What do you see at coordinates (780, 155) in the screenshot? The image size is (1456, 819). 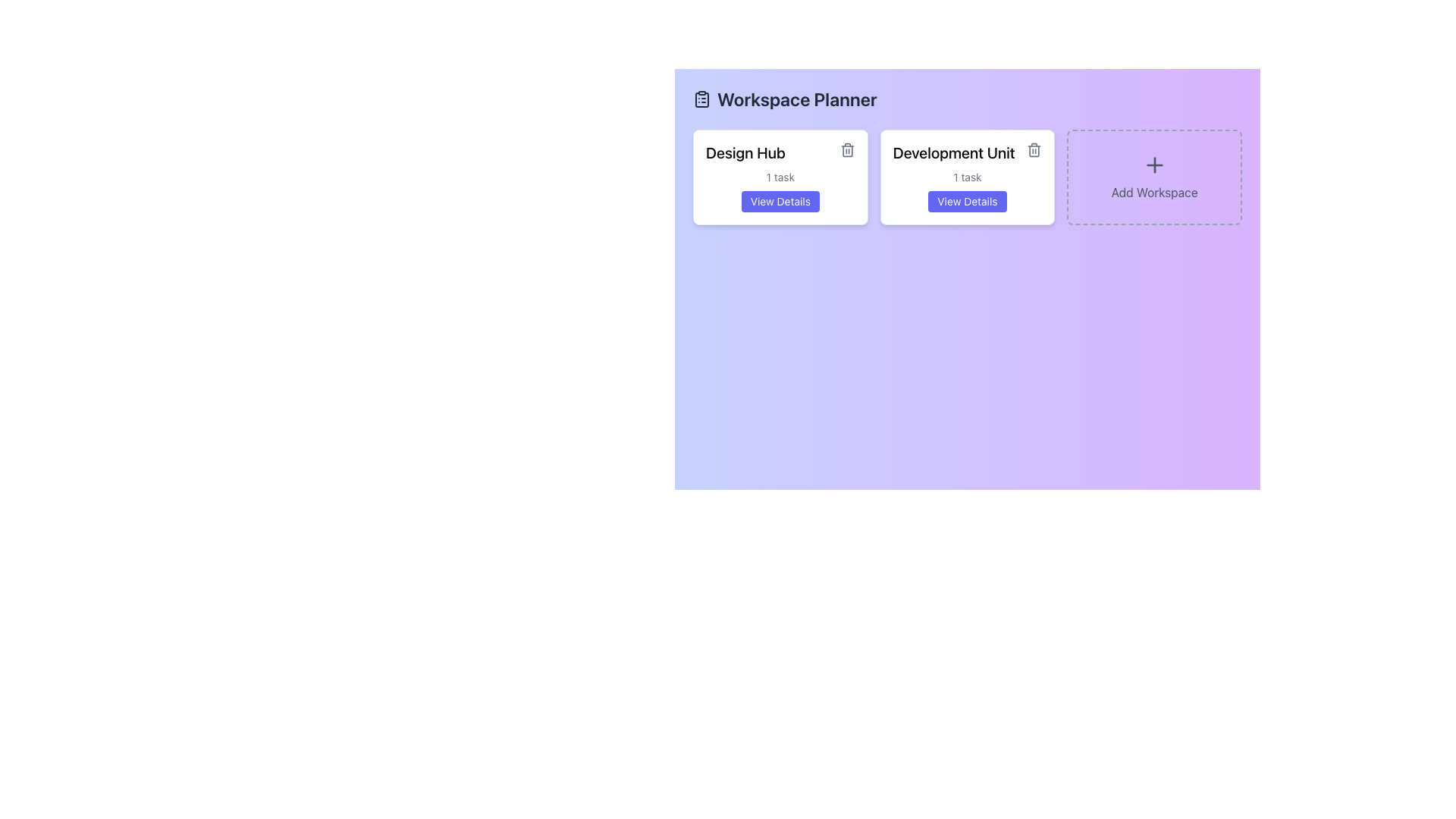 I see `the title Text Label located at the top of the leftmost white card in the workspace section, adjacent to the elements below it` at bounding box center [780, 155].